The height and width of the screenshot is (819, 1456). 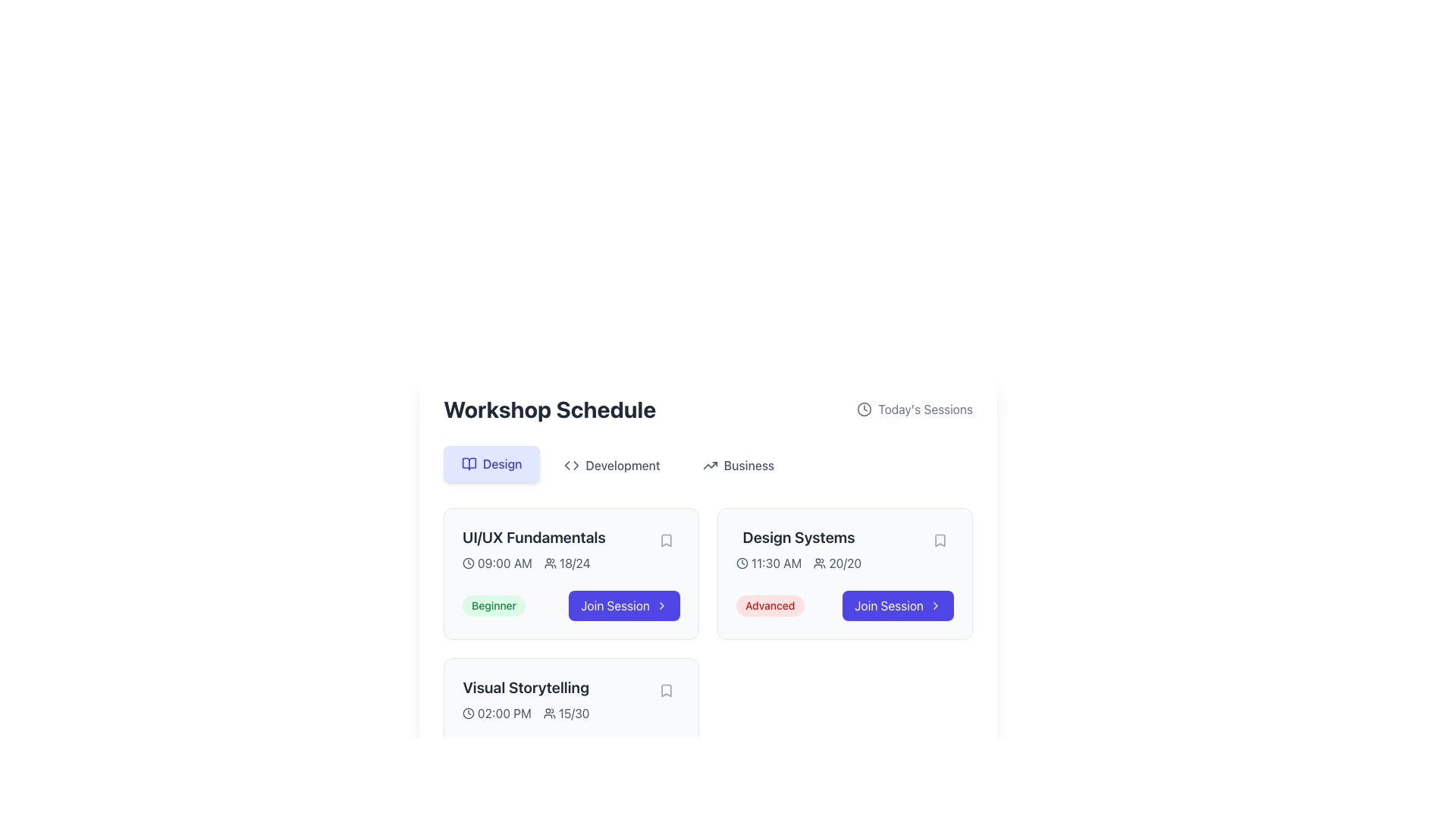 What do you see at coordinates (468, 714) in the screenshot?
I see `the design and placement of the circular clock icon located in the 'Visual Storytelling' subsection of the 'Workshop Schedule' section` at bounding box center [468, 714].